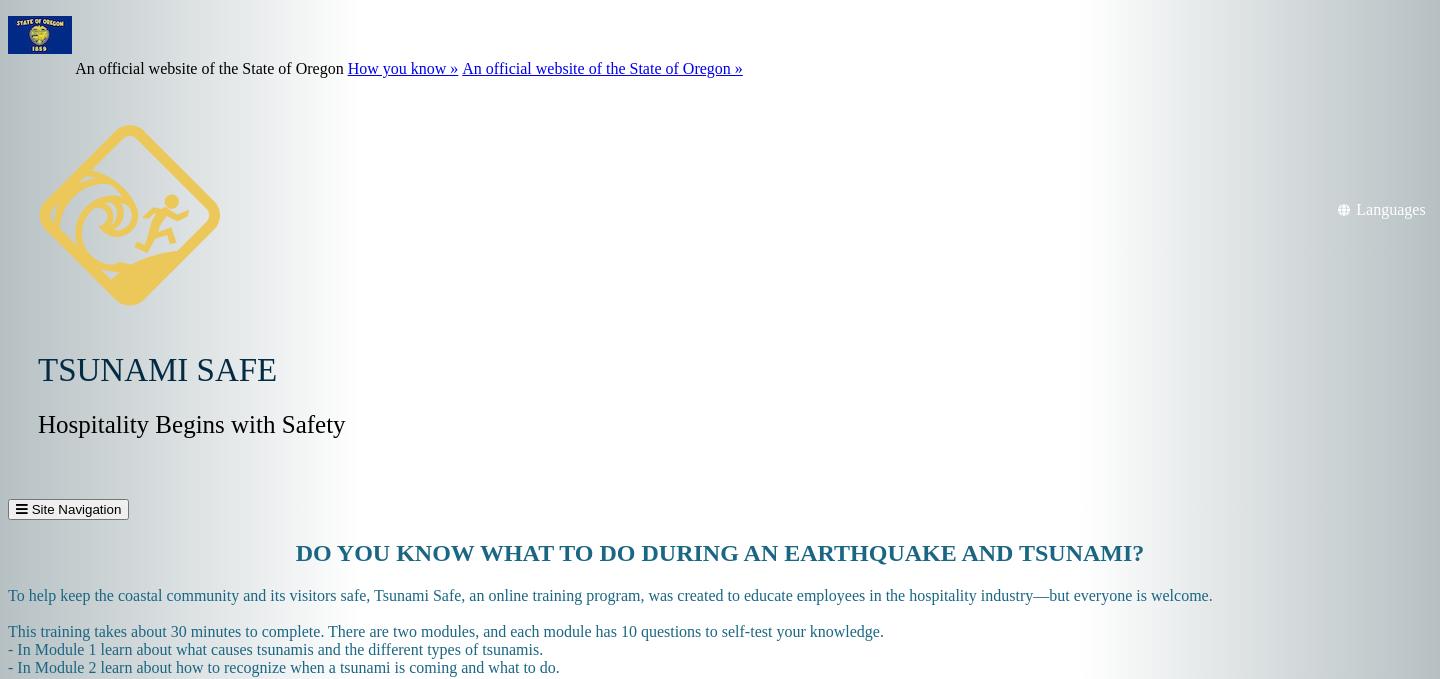 The height and width of the screenshot is (679, 1440). Describe the element at coordinates (75, 68) in the screenshot. I see `'An official website of the State of Oregon'` at that location.